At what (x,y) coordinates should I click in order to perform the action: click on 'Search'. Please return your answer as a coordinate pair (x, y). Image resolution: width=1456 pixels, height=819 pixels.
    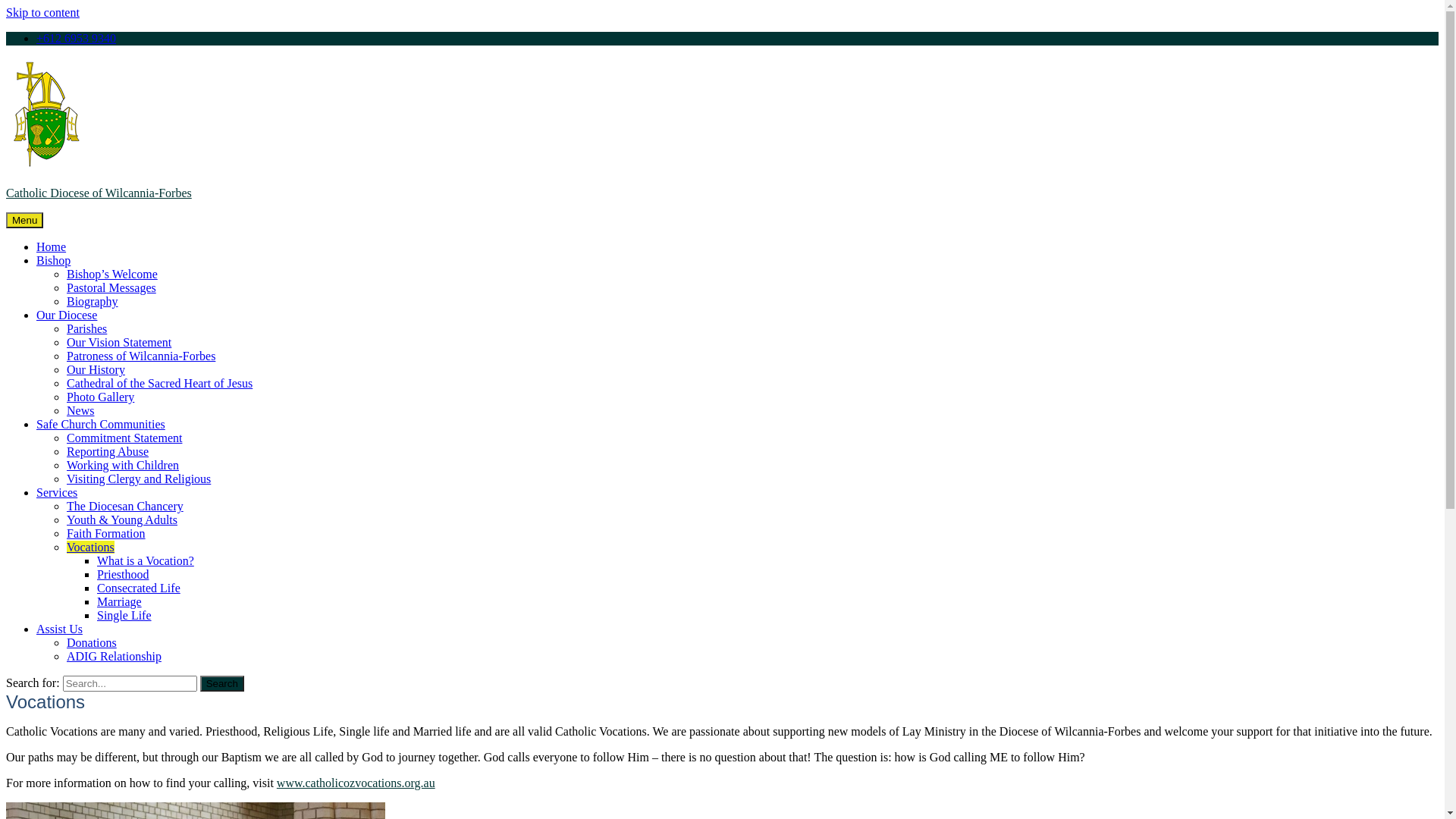
    Looking at the image, I should click on (199, 683).